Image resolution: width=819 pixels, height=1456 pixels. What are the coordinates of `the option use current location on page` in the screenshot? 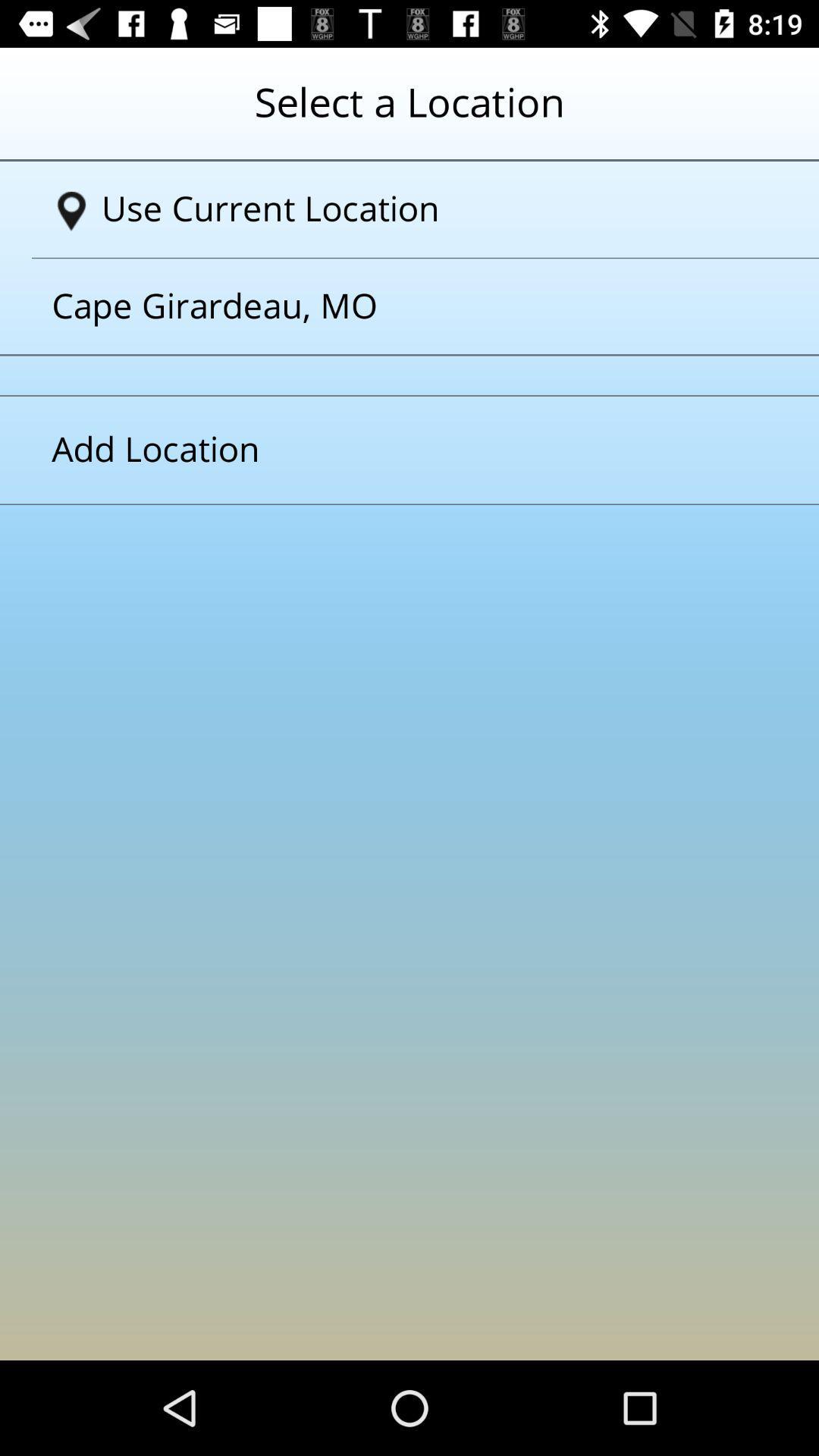 It's located at (415, 209).